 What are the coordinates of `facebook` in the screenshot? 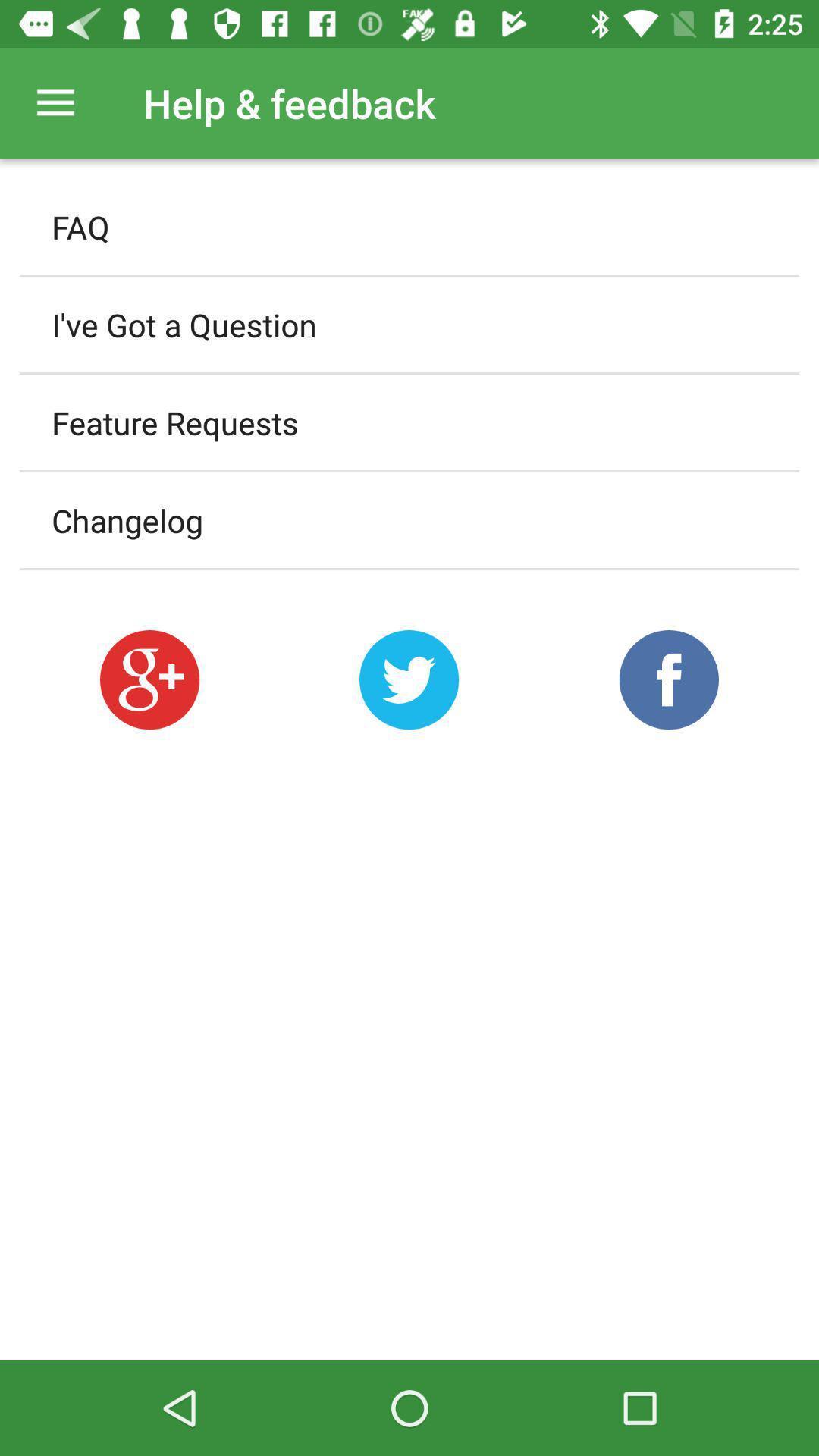 It's located at (668, 679).